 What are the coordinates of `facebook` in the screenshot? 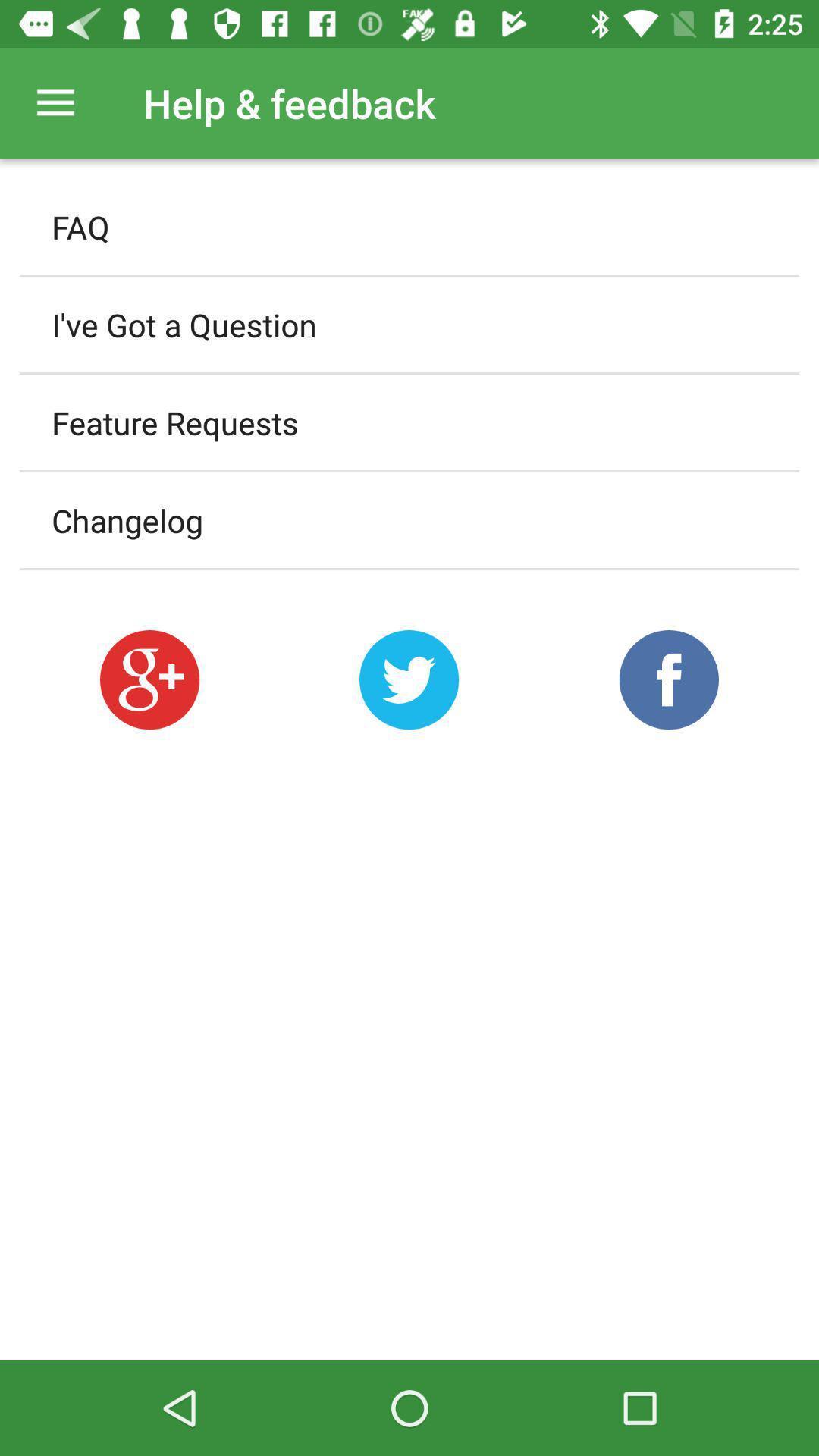 It's located at (668, 679).